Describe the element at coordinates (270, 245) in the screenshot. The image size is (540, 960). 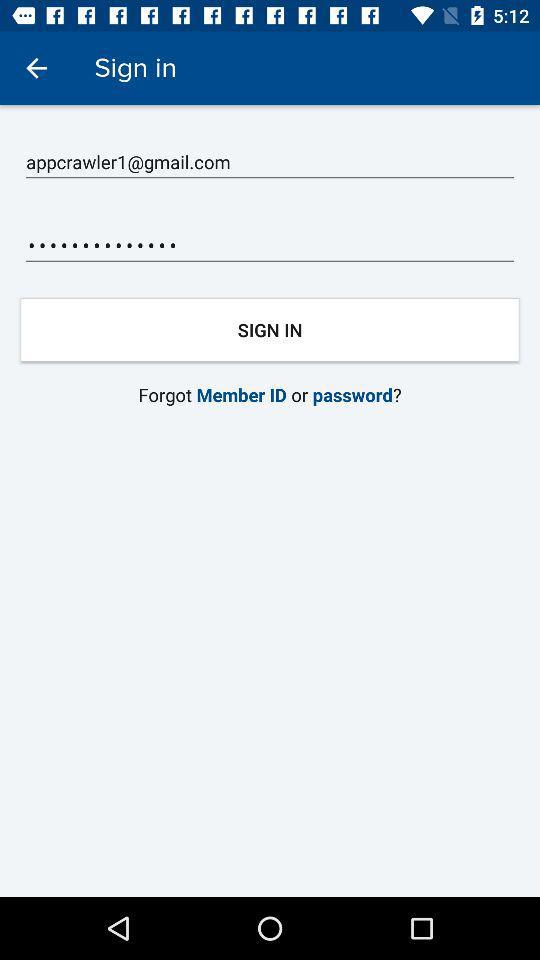
I see `icon above sign in icon` at that location.